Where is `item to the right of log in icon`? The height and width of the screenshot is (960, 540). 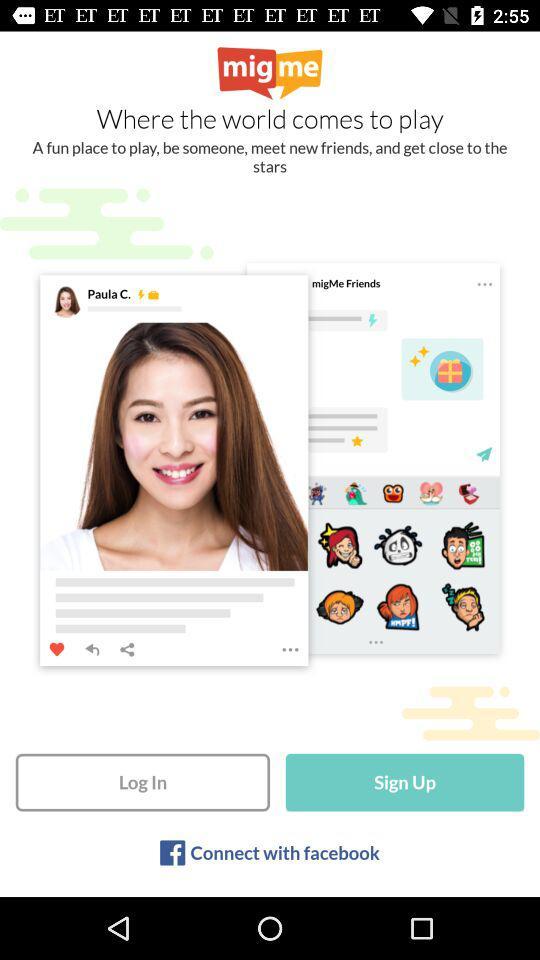 item to the right of log in icon is located at coordinates (405, 782).